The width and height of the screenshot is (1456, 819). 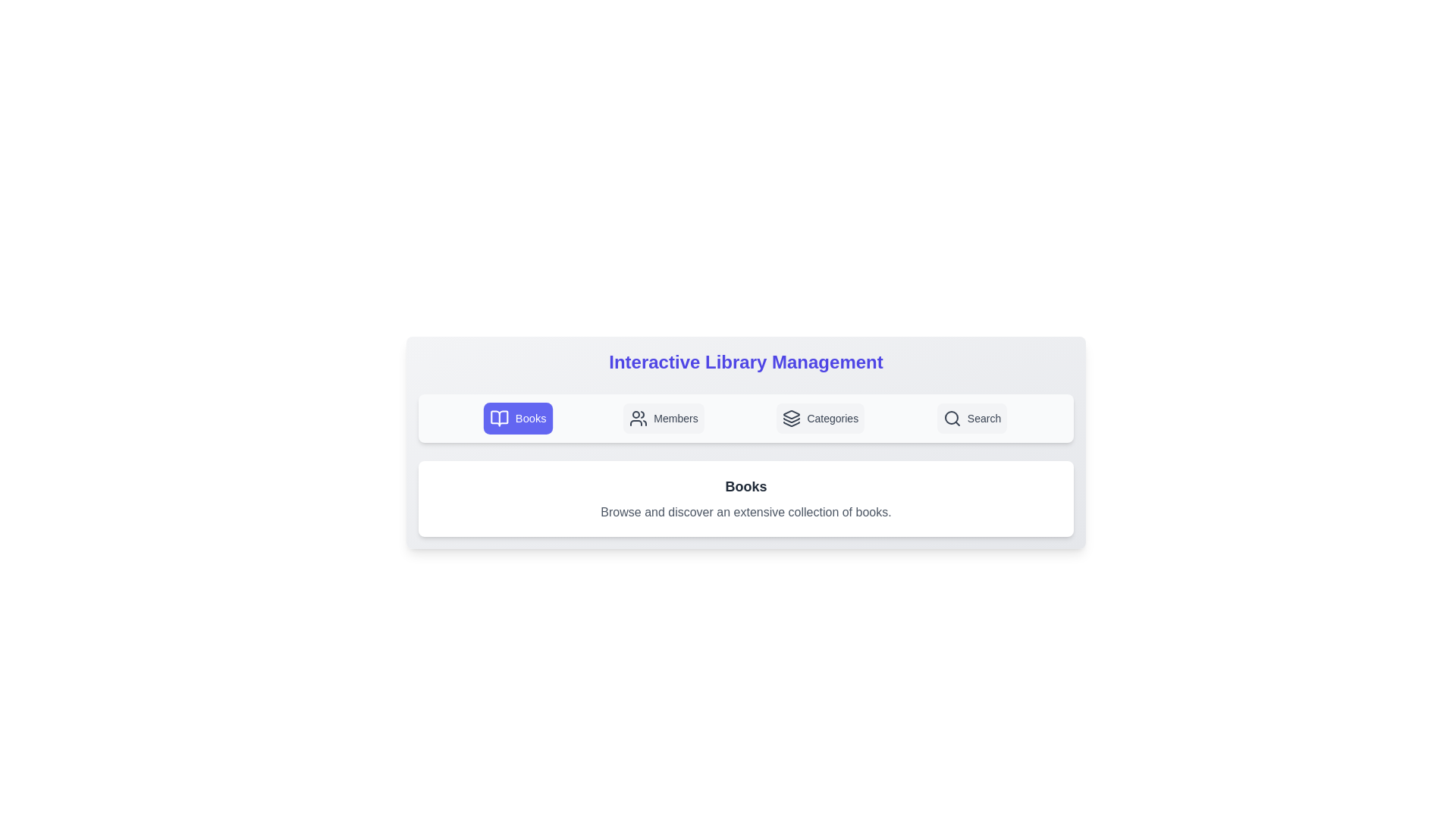 I want to click on the third navigation button in the horizontal navigation bar, so click(x=820, y=418).